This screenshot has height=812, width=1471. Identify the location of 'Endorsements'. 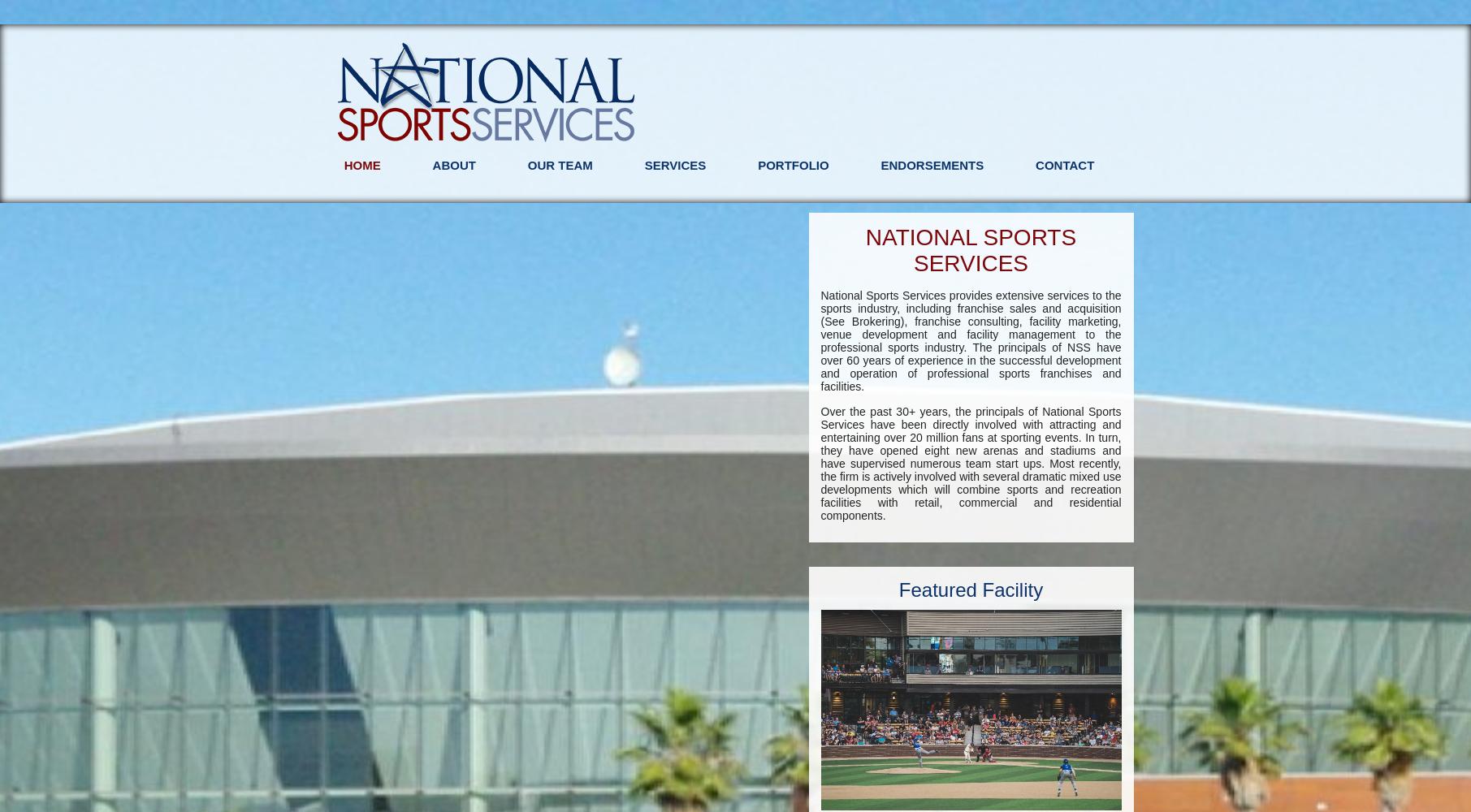
(931, 164).